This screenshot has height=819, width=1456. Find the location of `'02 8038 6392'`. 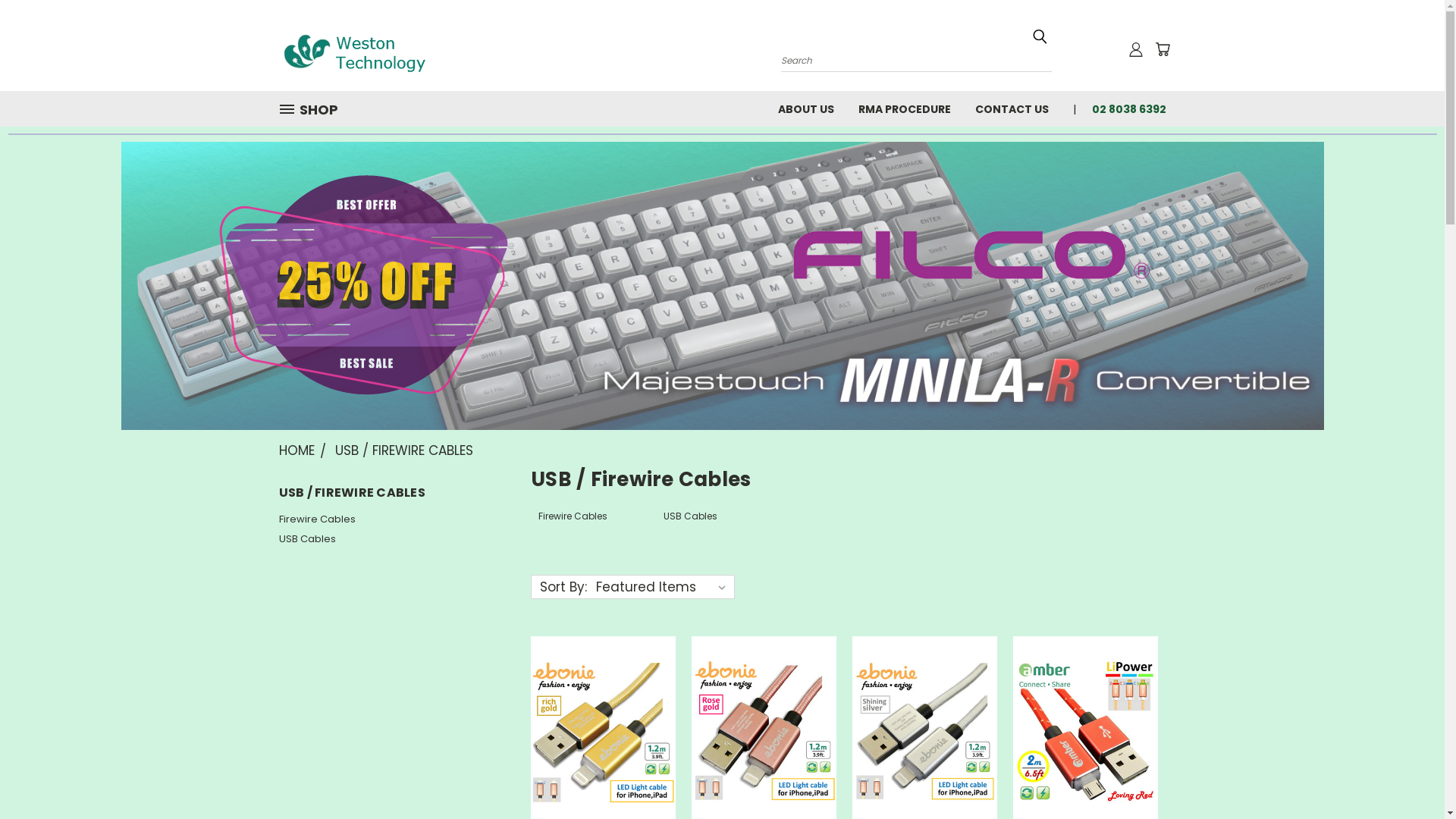

'02 8038 6392' is located at coordinates (1123, 107).